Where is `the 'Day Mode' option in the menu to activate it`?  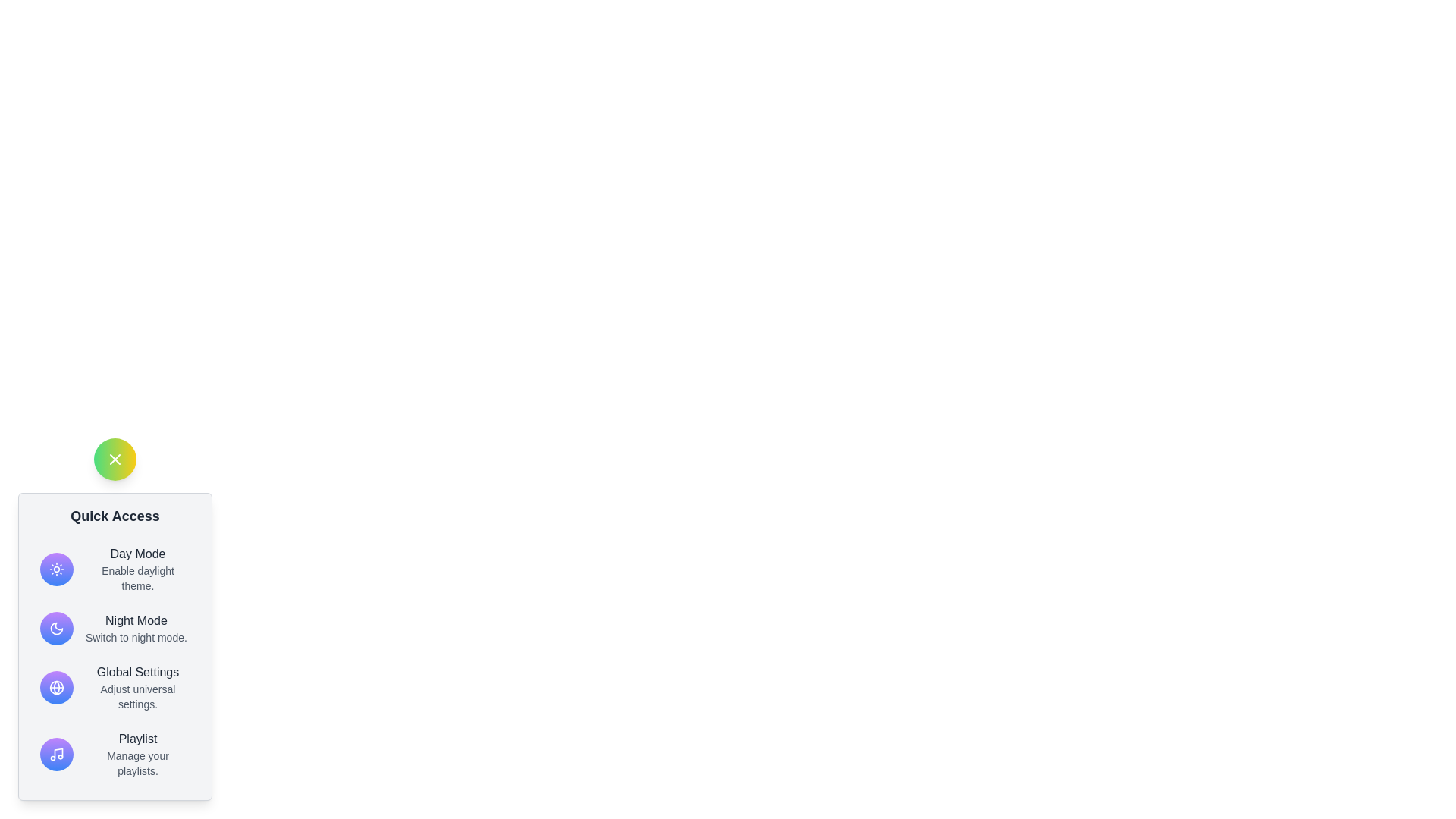 the 'Day Mode' option in the menu to activate it is located at coordinates (115, 570).